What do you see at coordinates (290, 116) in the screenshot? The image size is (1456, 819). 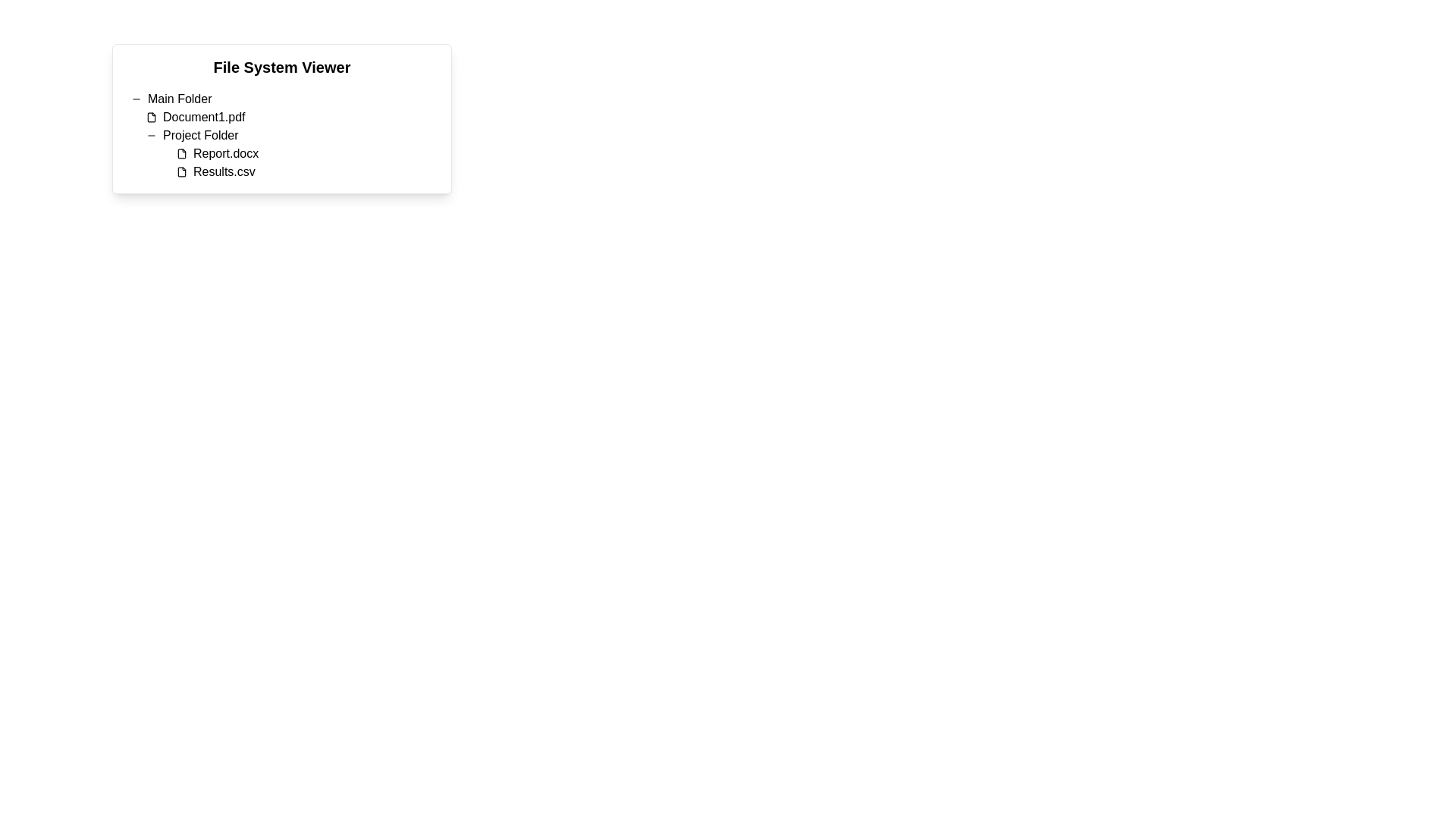 I see `the list item representing the file named 'Document1.pdf'` at bounding box center [290, 116].